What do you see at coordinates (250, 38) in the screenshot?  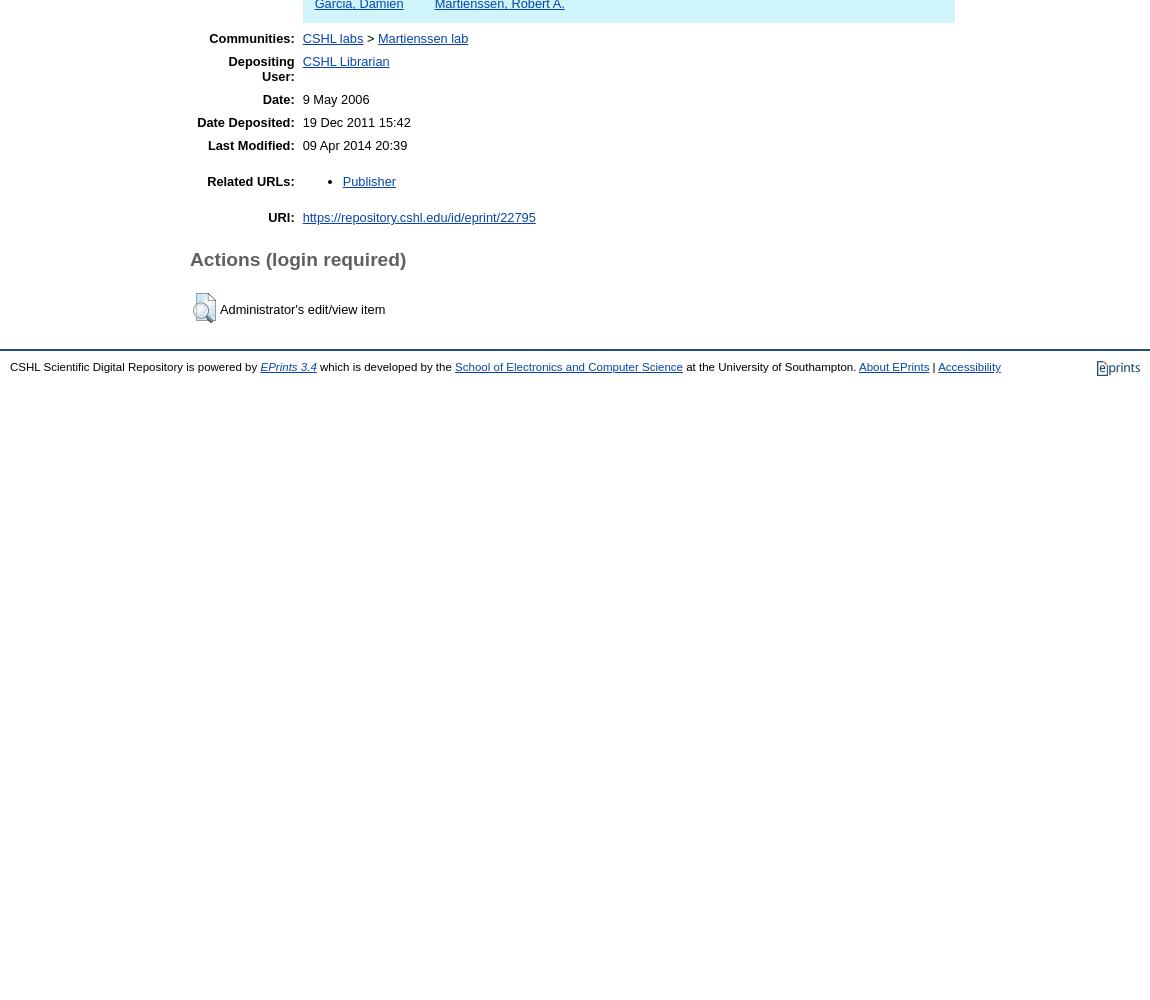 I see `'Communities:'` at bounding box center [250, 38].